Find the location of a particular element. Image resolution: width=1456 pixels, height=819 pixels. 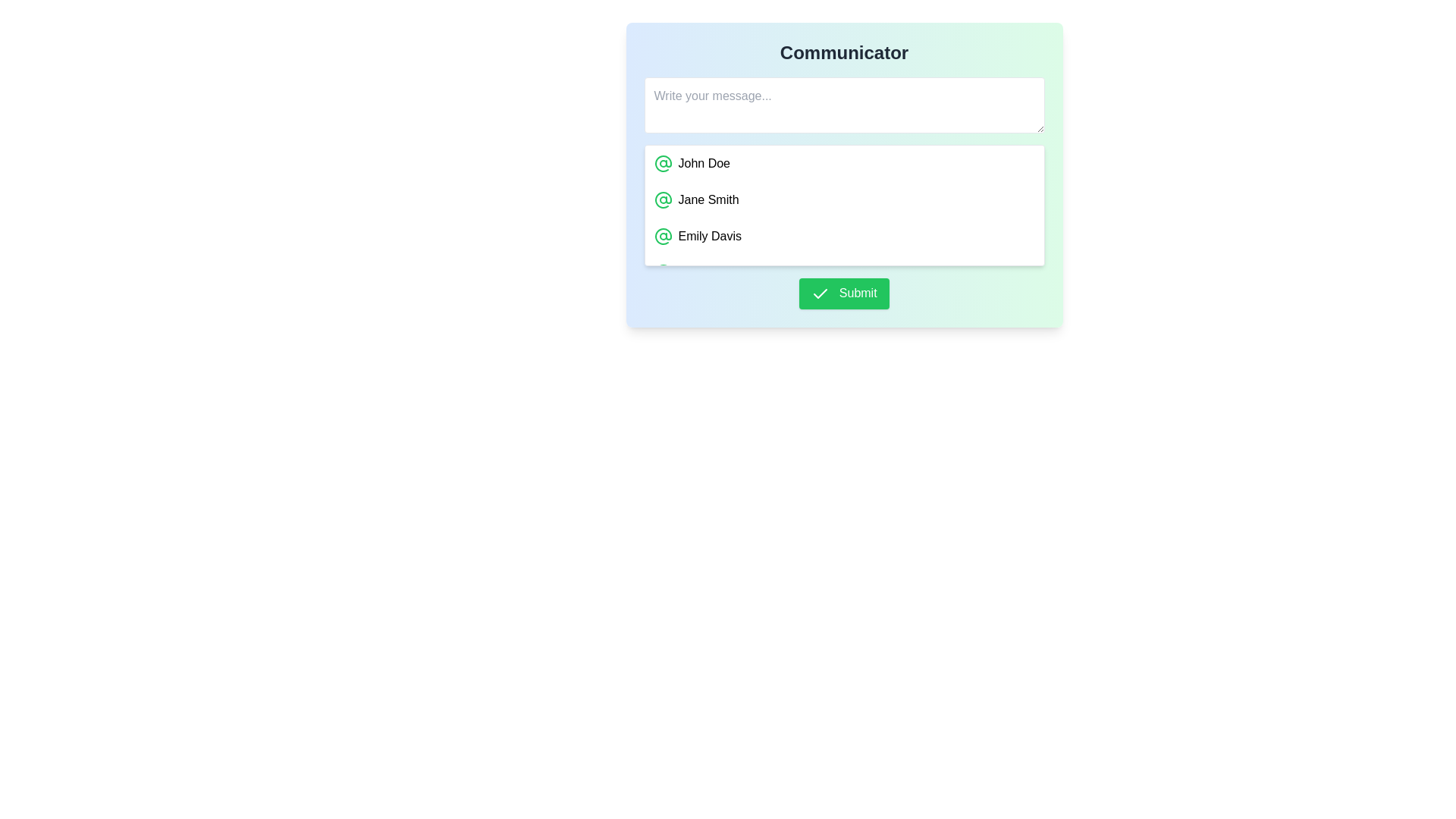

the user icon associated with 'Jane Smith' located in the second item of the vertically stacked list is located at coordinates (663, 199).